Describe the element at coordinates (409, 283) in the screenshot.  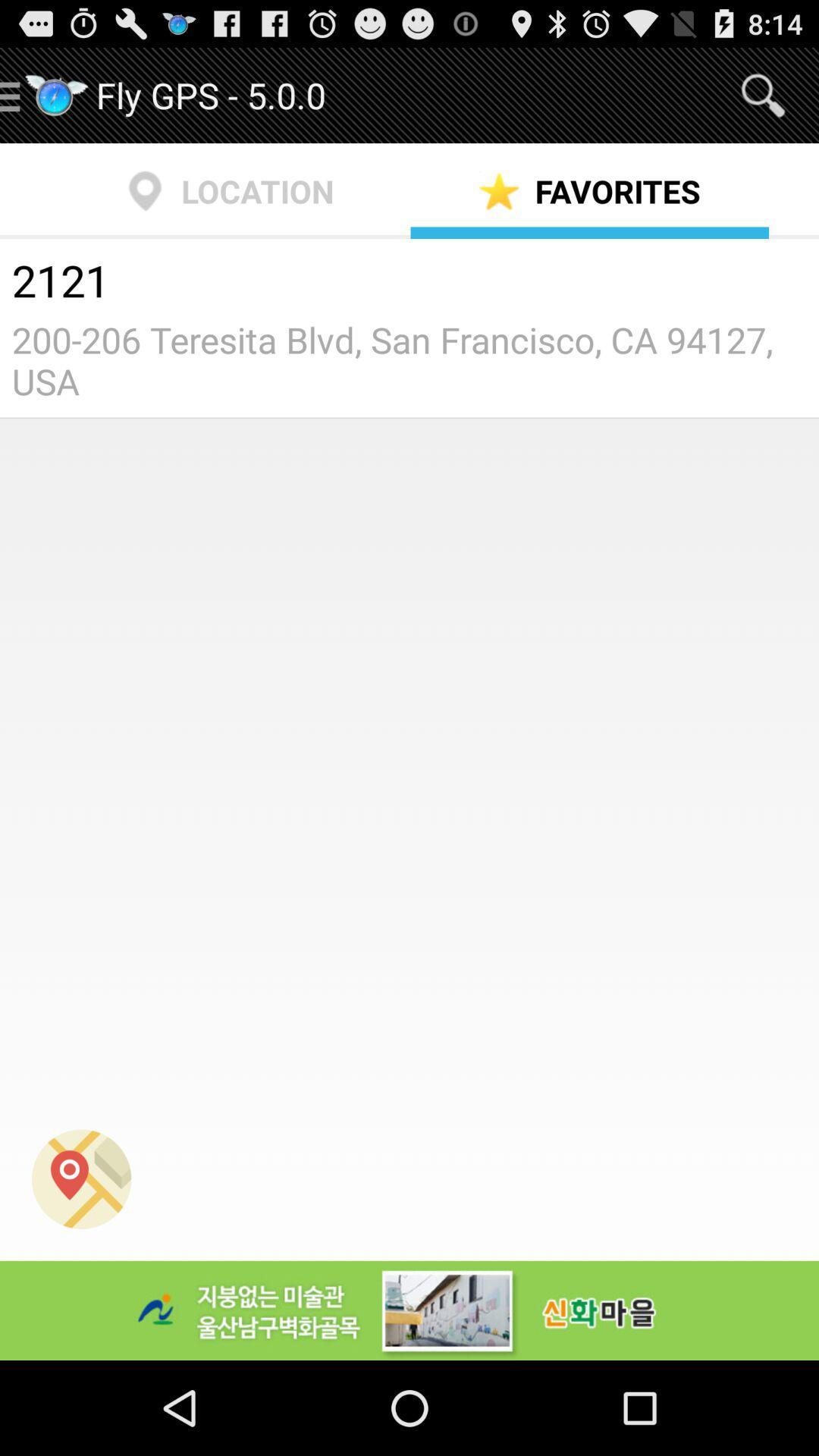
I see `the icon below location icon` at that location.